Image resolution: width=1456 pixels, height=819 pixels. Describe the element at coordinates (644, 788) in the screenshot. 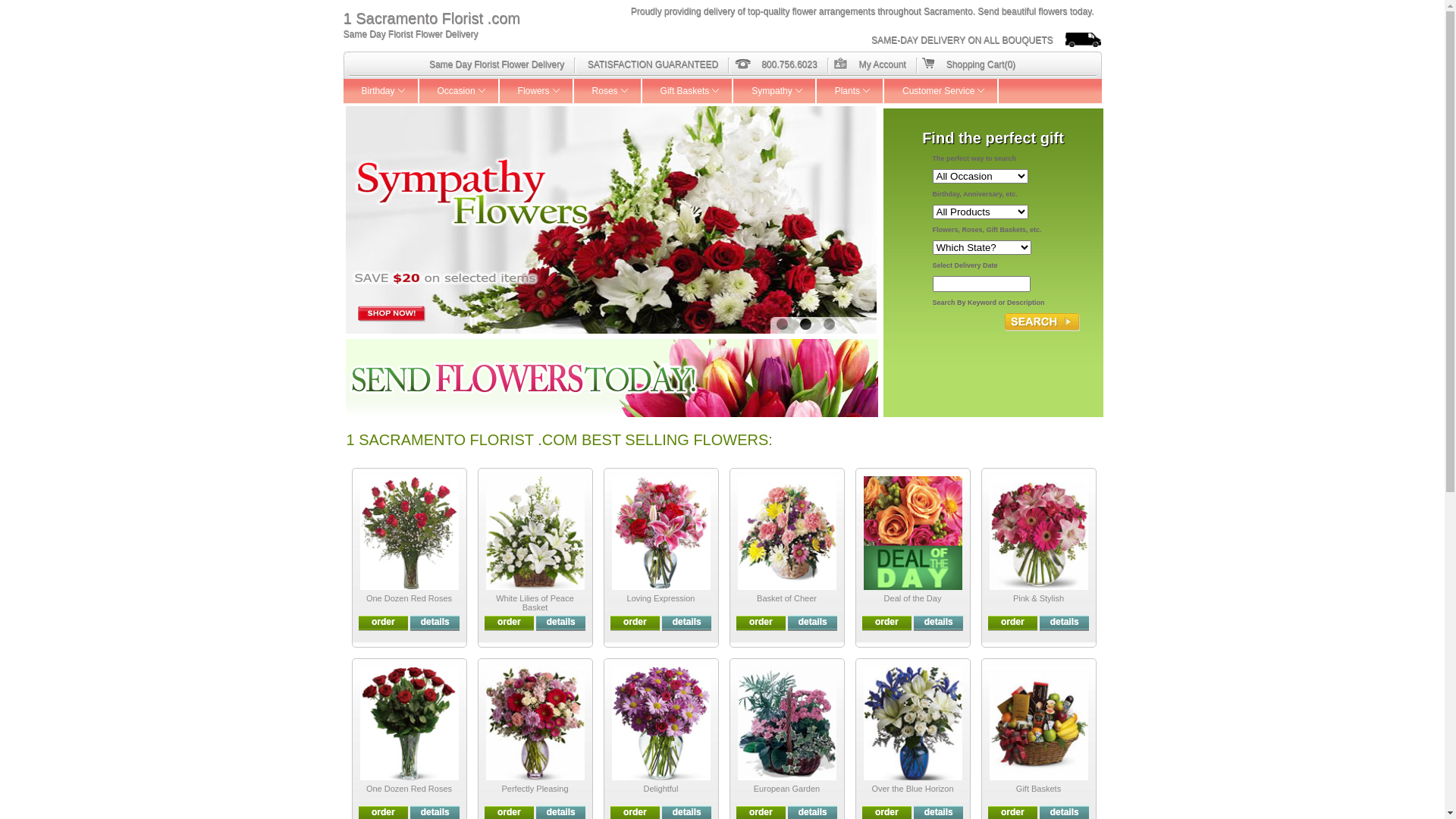

I see `'Delightful'` at that location.